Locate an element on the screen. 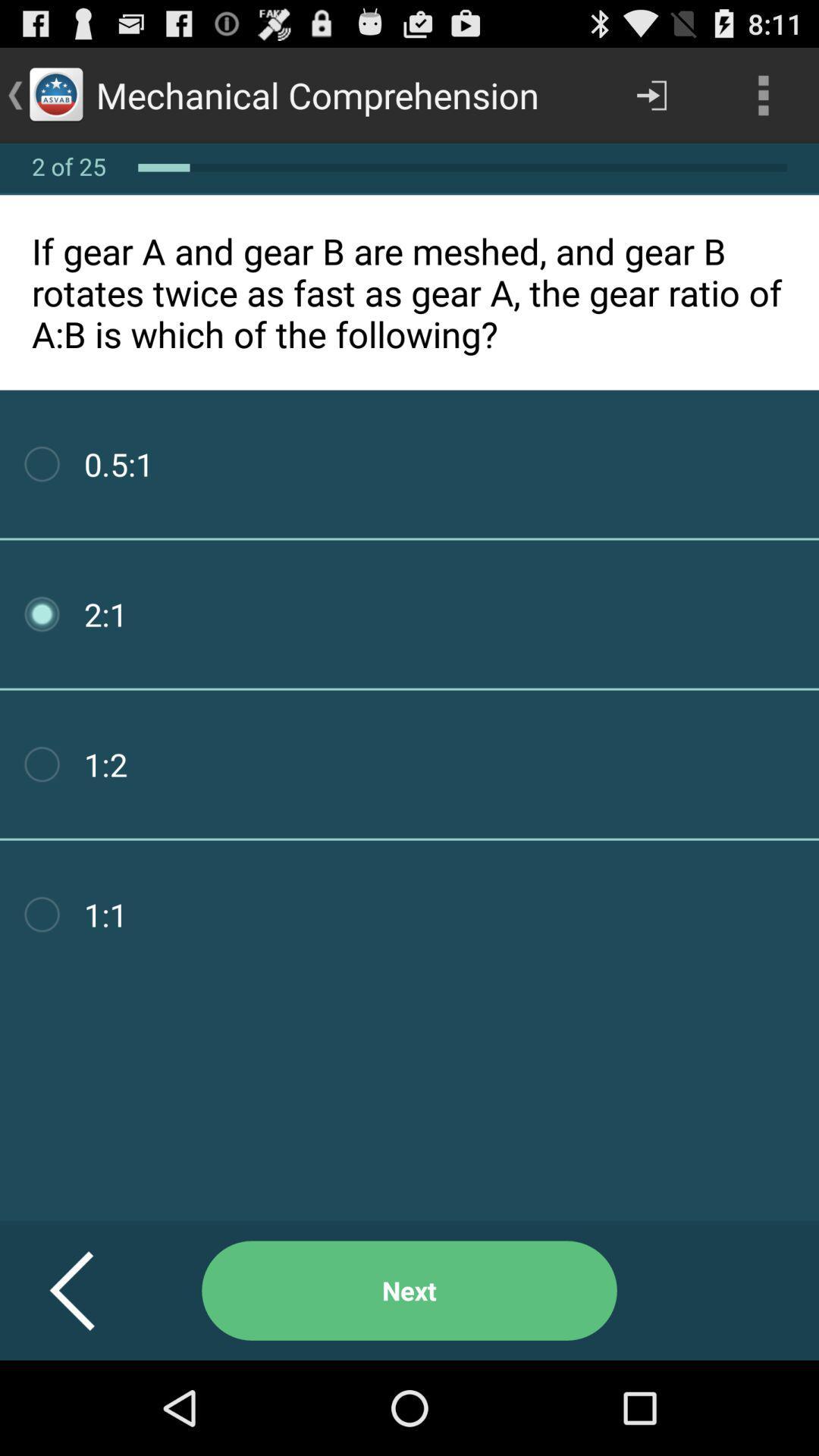 The width and height of the screenshot is (819, 1456). button to the left of next is located at coordinates (90, 1290).